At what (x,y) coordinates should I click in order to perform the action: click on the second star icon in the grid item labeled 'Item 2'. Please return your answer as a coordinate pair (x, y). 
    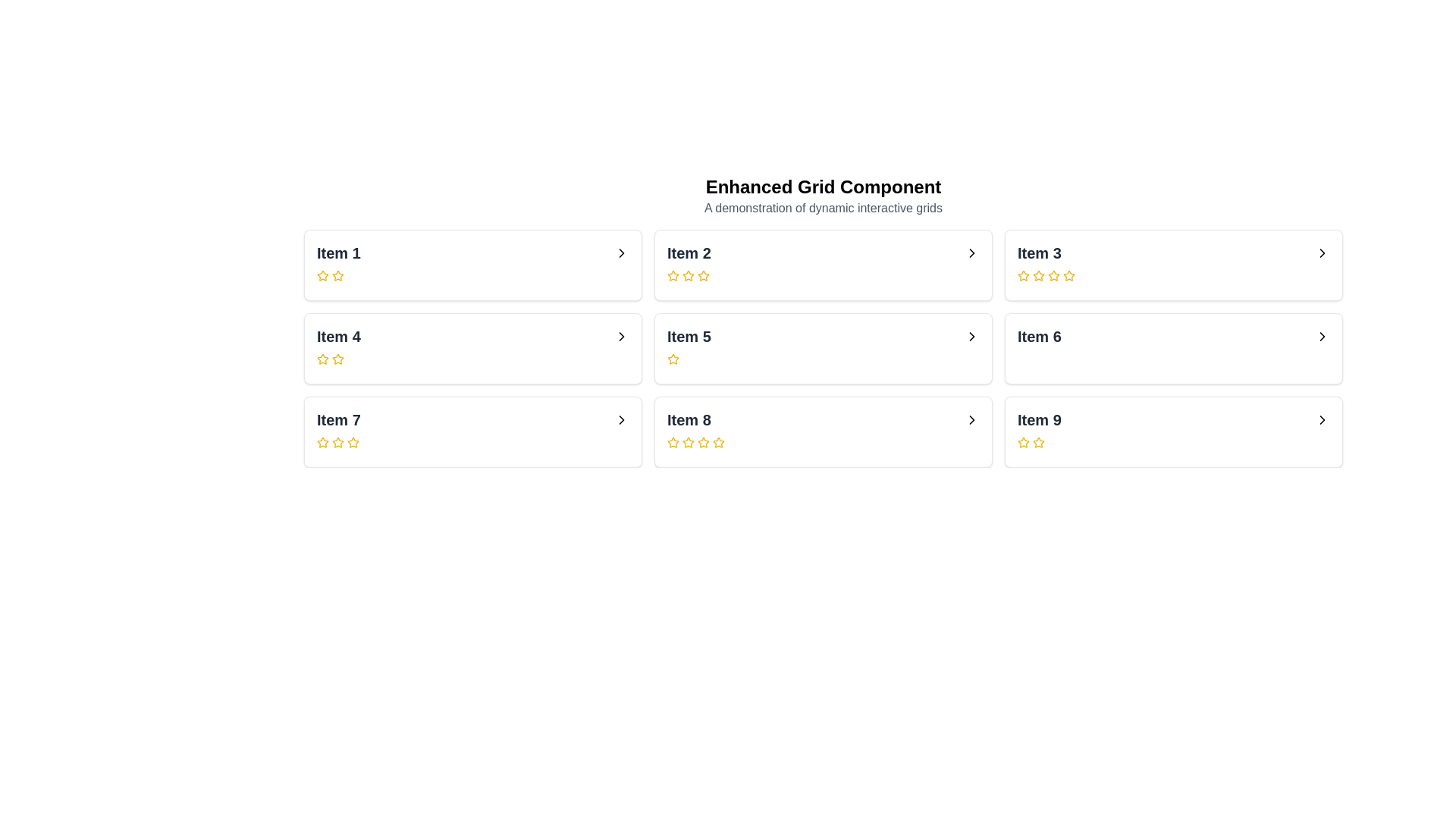
    Looking at the image, I should click on (702, 275).